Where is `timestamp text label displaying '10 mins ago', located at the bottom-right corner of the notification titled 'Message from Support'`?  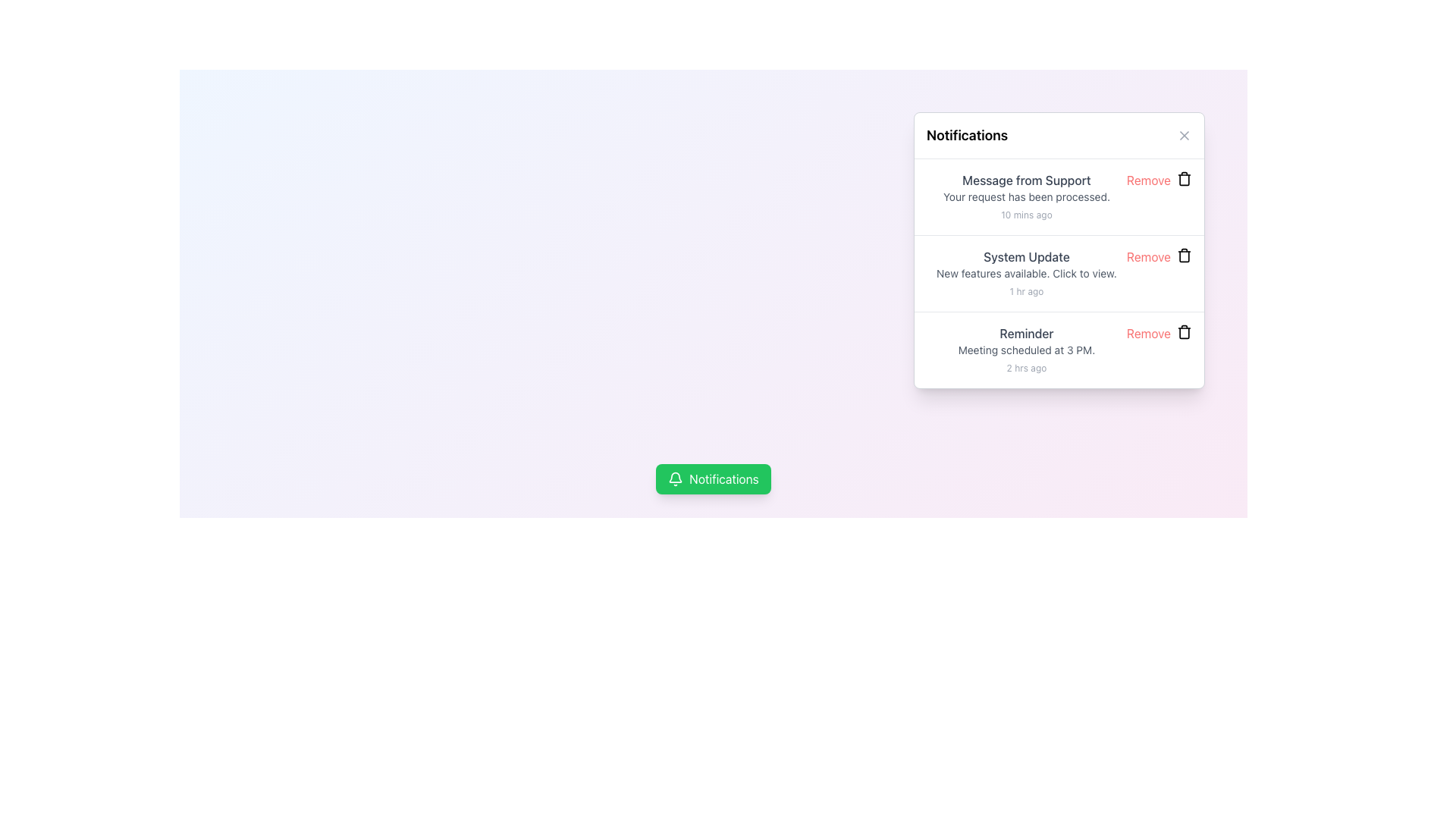
timestamp text label displaying '10 mins ago', located at the bottom-right corner of the notification titled 'Message from Support' is located at coordinates (1026, 215).